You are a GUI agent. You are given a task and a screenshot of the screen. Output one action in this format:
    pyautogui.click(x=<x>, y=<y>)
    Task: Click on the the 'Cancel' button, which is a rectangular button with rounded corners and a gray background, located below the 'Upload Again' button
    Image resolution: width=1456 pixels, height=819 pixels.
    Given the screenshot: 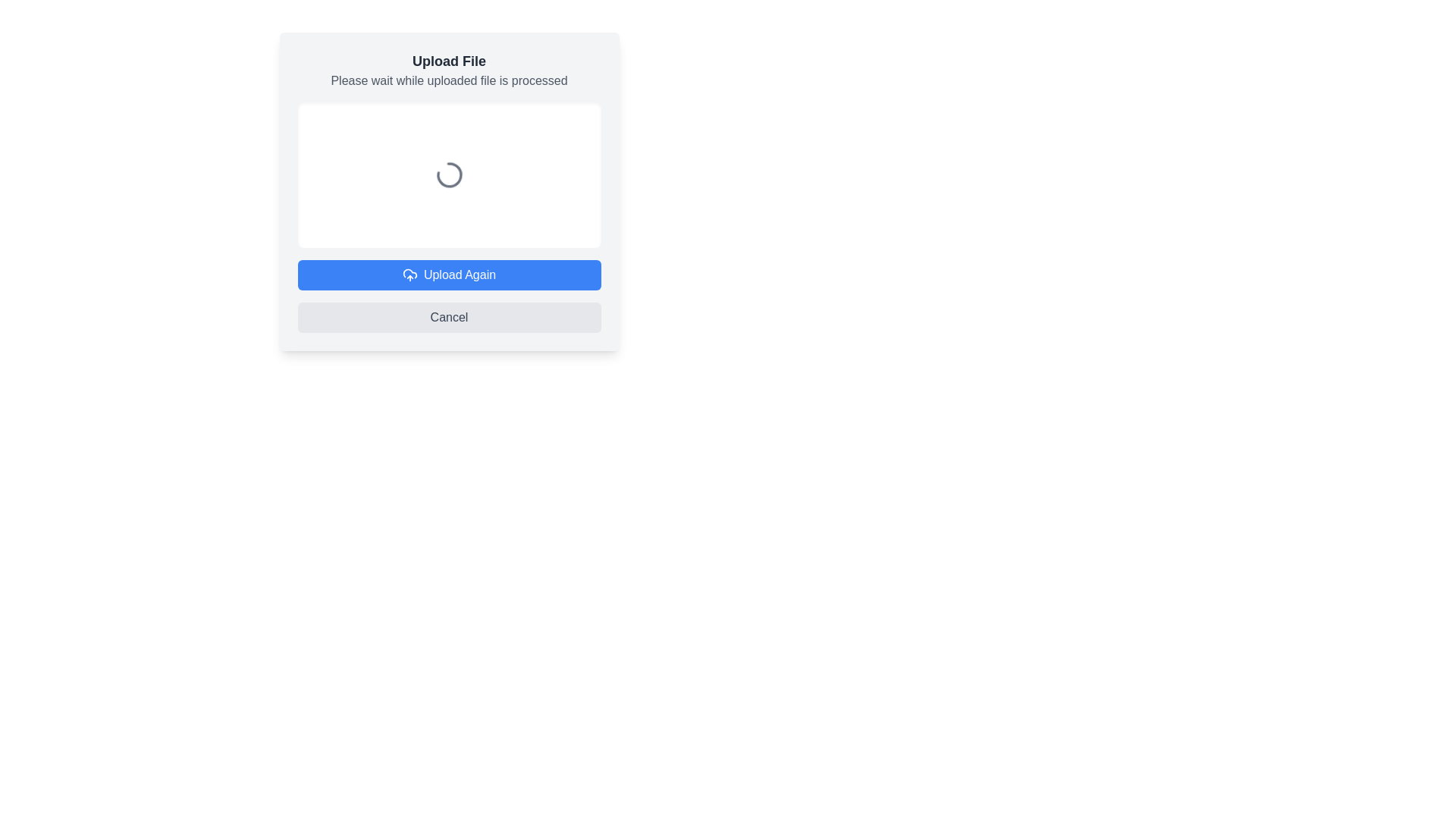 What is the action you would take?
    pyautogui.click(x=448, y=317)
    